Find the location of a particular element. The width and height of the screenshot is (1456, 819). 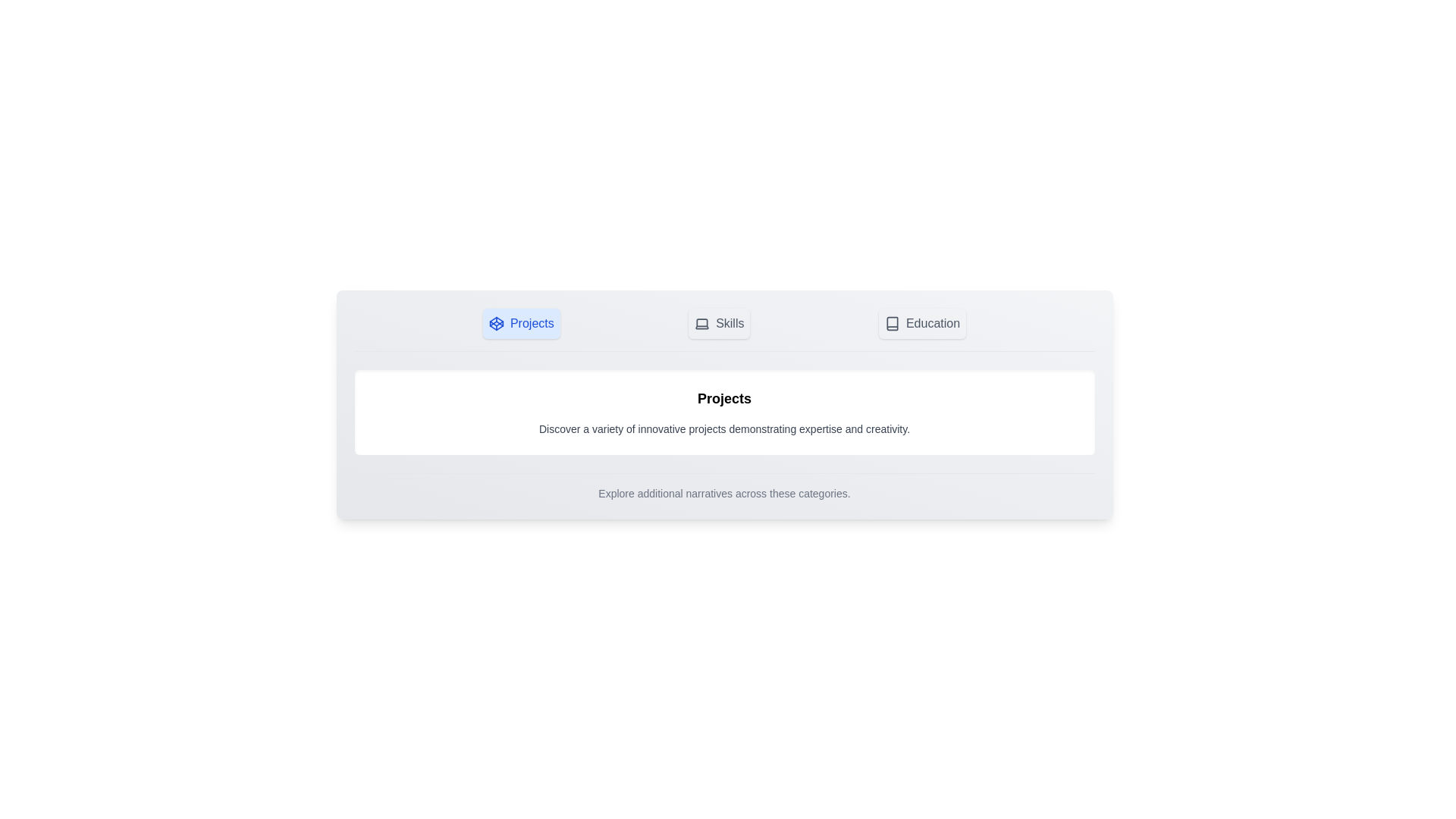

the 'Projects' button, which has a blue background, white text, and a cube icon on its left, located at the specified coordinates is located at coordinates (521, 323).